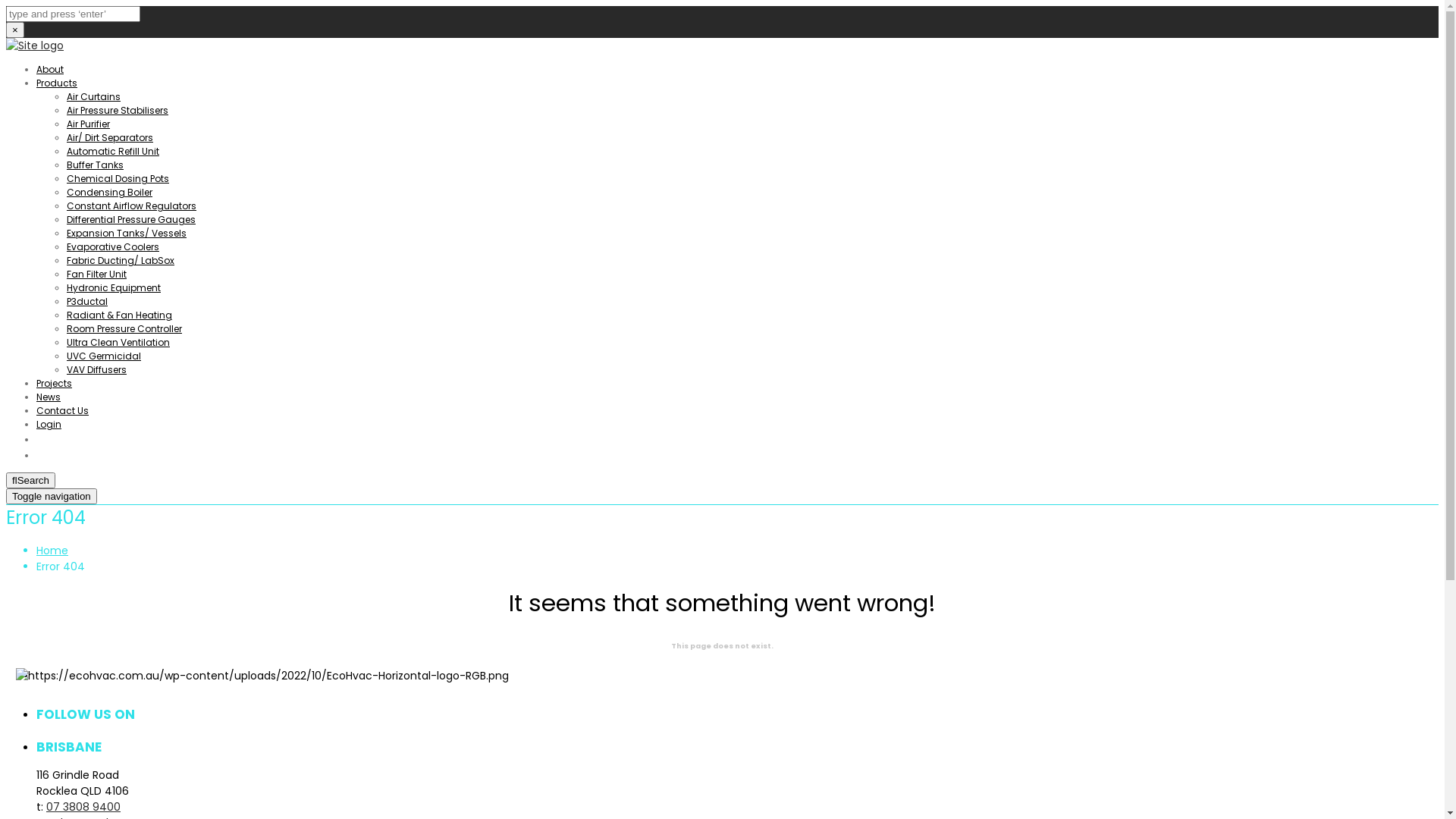 This screenshot has width=1456, height=819. I want to click on 'Search', so click(30, 480).